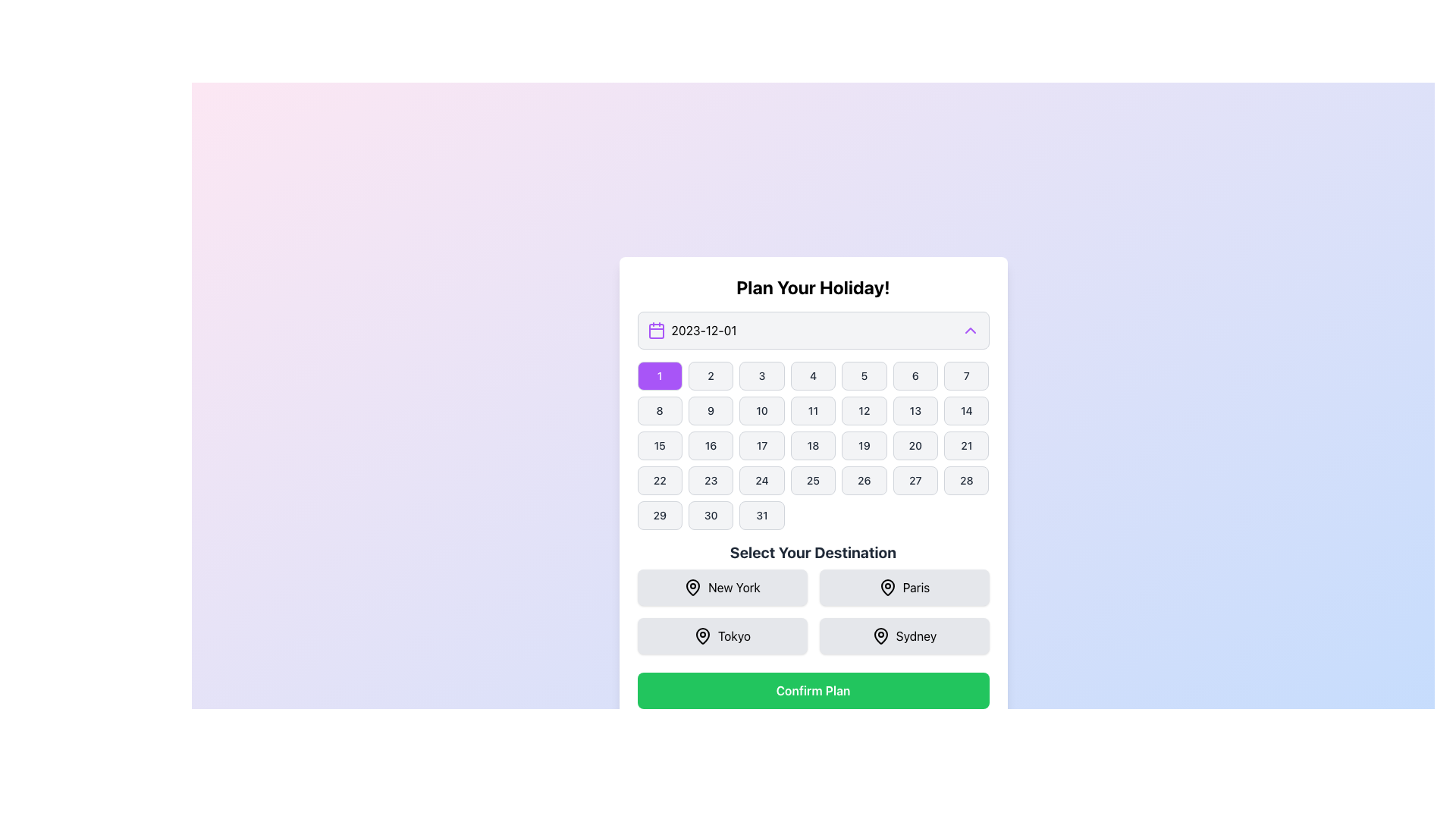  What do you see at coordinates (965, 411) in the screenshot?
I see `the day '14' button in the calendar widget` at bounding box center [965, 411].